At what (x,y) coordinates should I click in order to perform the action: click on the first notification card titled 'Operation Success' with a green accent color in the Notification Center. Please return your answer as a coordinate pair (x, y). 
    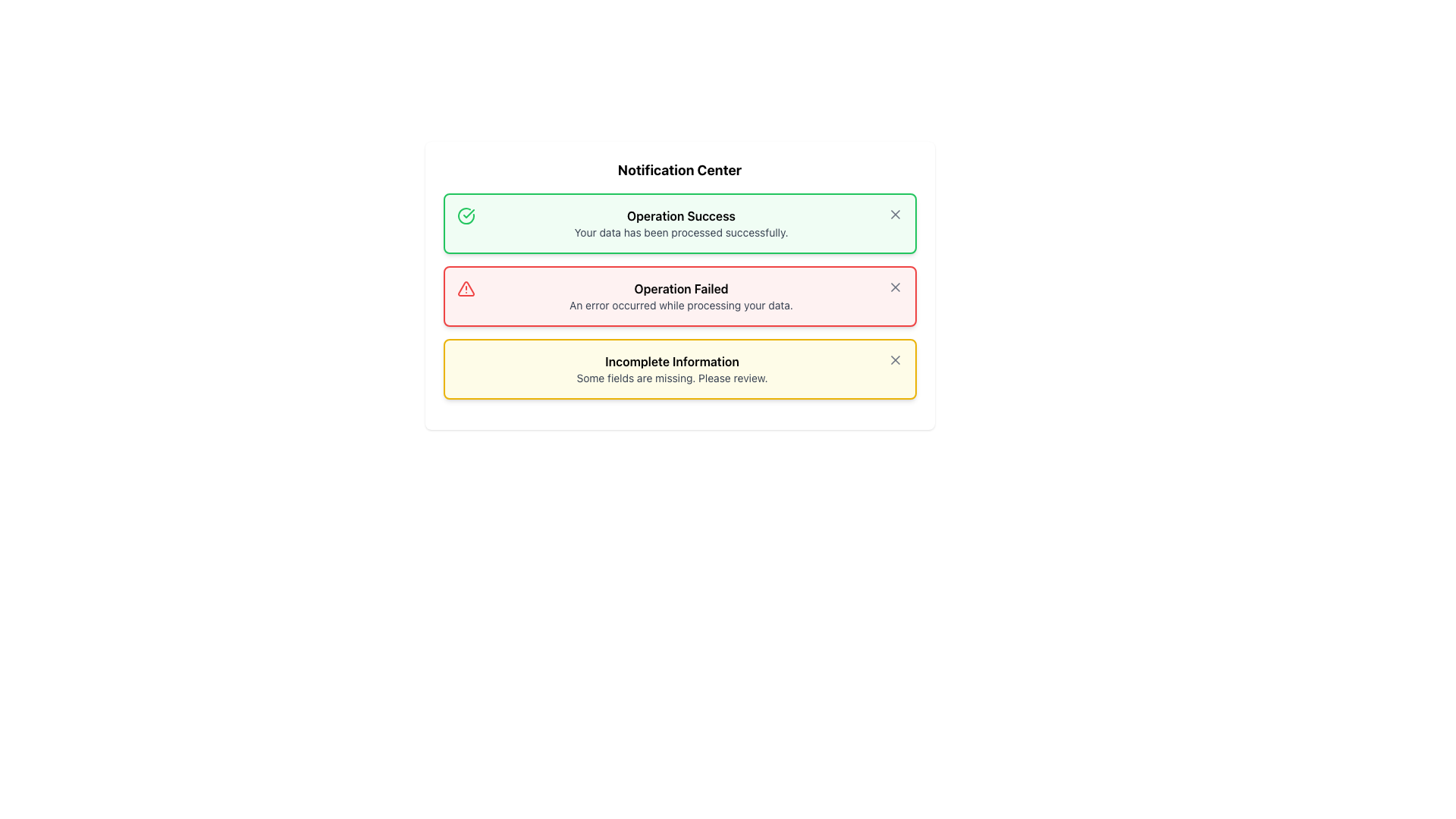
    Looking at the image, I should click on (679, 223).